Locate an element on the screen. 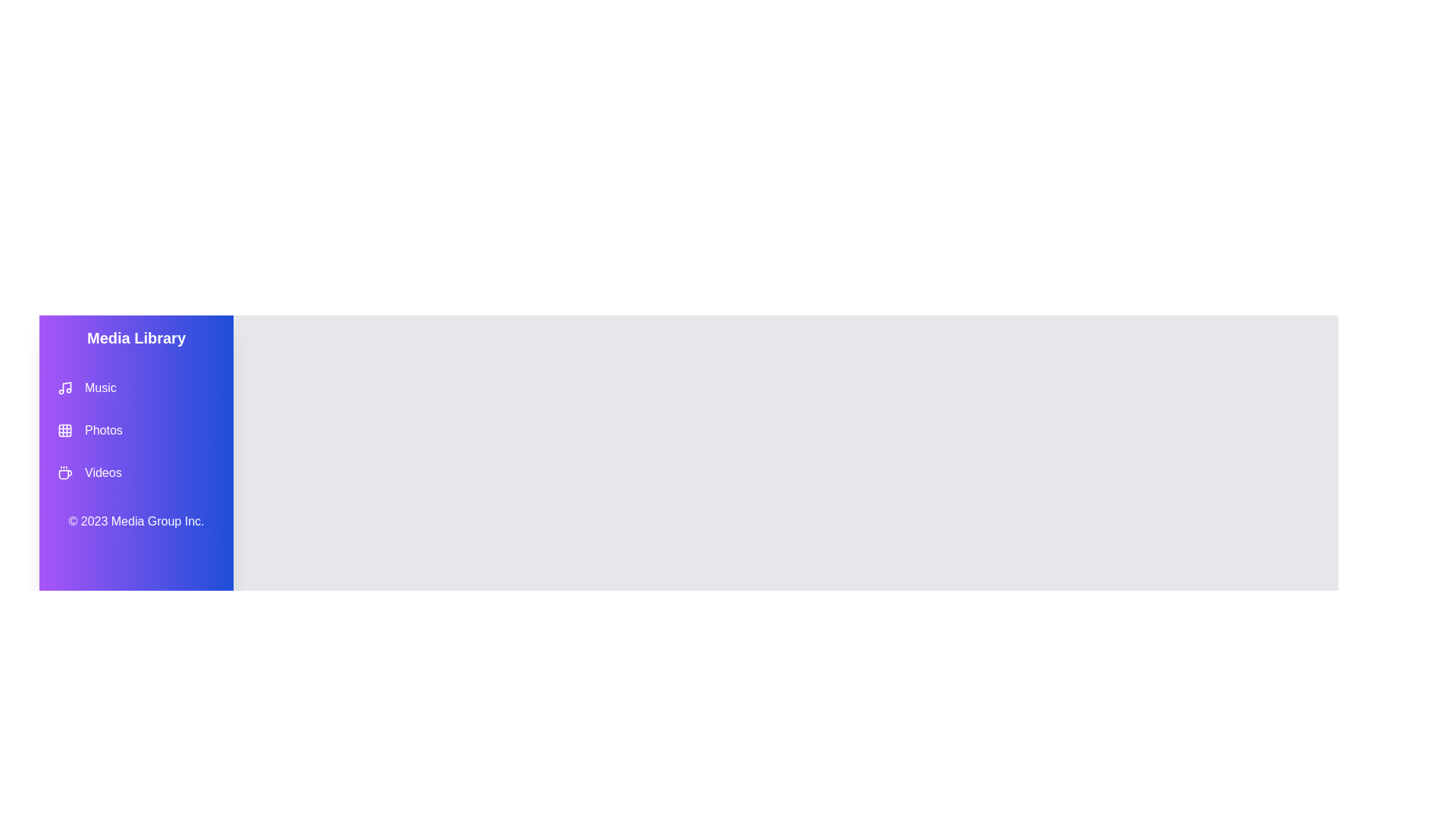 This screenshot has width=1456, height=819. the Videos category to navigate to it is located at coordinates (136, 472).